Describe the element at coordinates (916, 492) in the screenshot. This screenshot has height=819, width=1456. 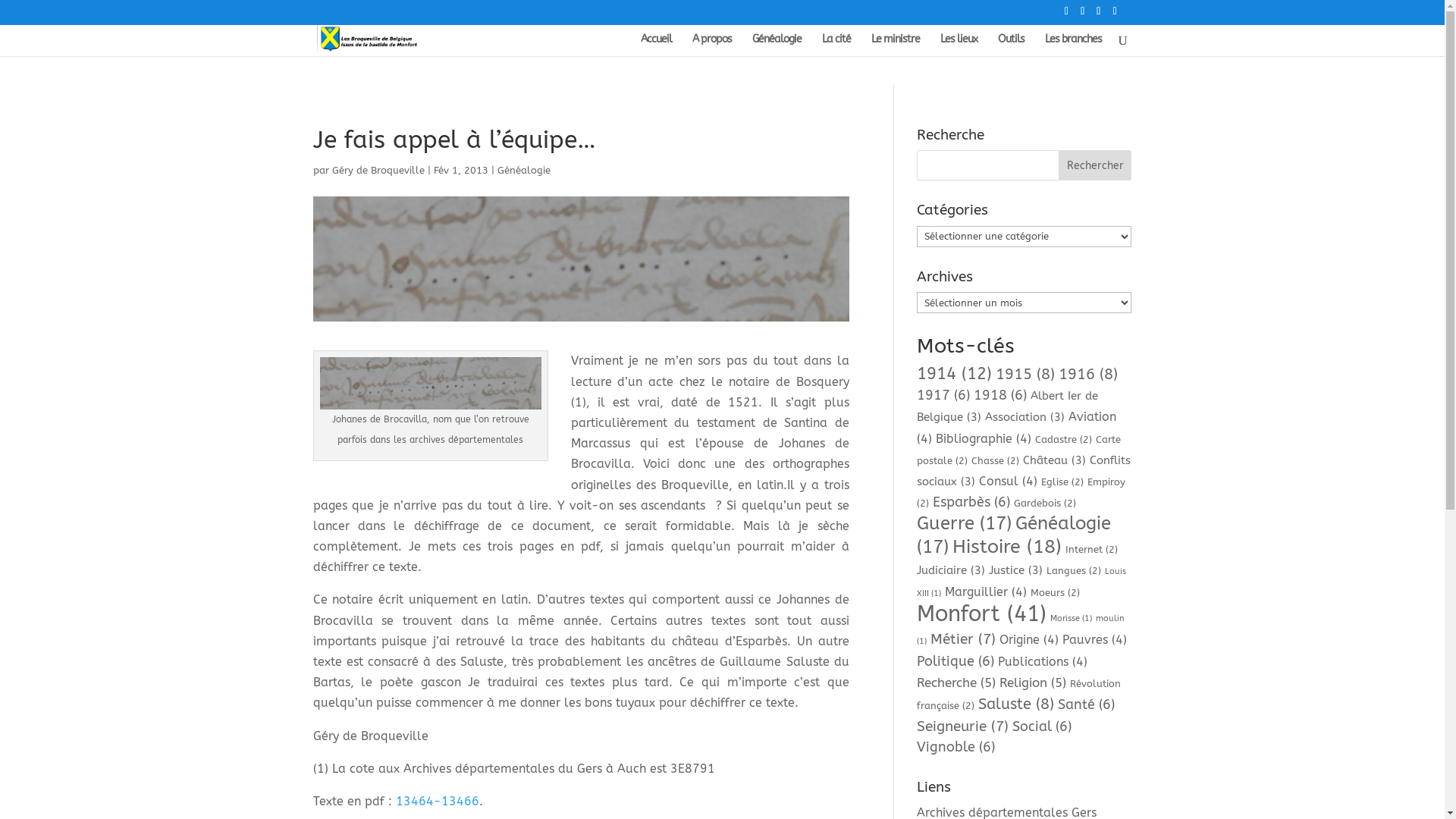
I see `'Empiroy (2)'` at that location.